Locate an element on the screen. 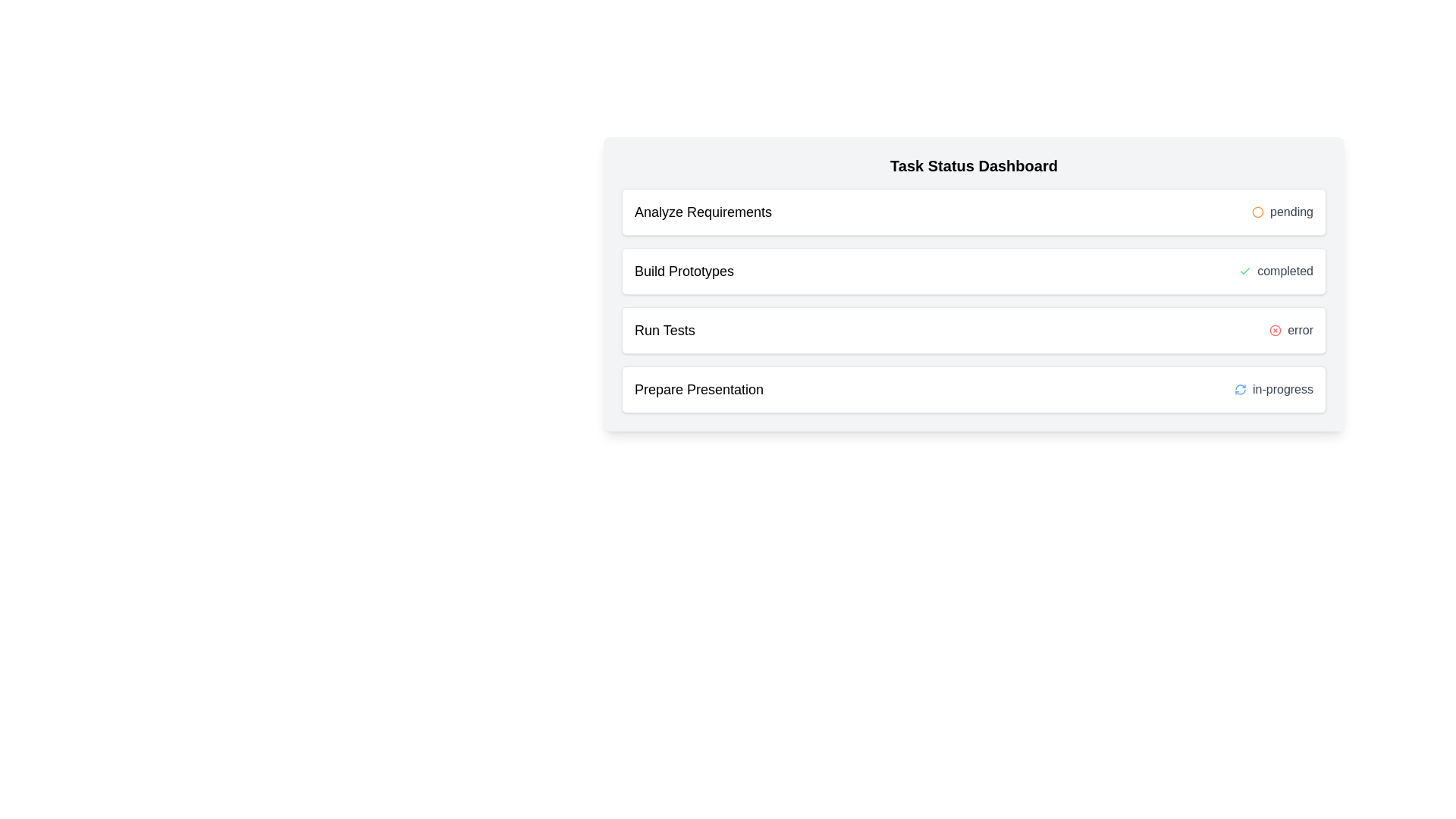  the small green checkmark icon representing confirmation or success, located to the left of the 'completed' label in the 'Build Prototypes' row of the task status dashboard is located at coordinates (1245, 271).